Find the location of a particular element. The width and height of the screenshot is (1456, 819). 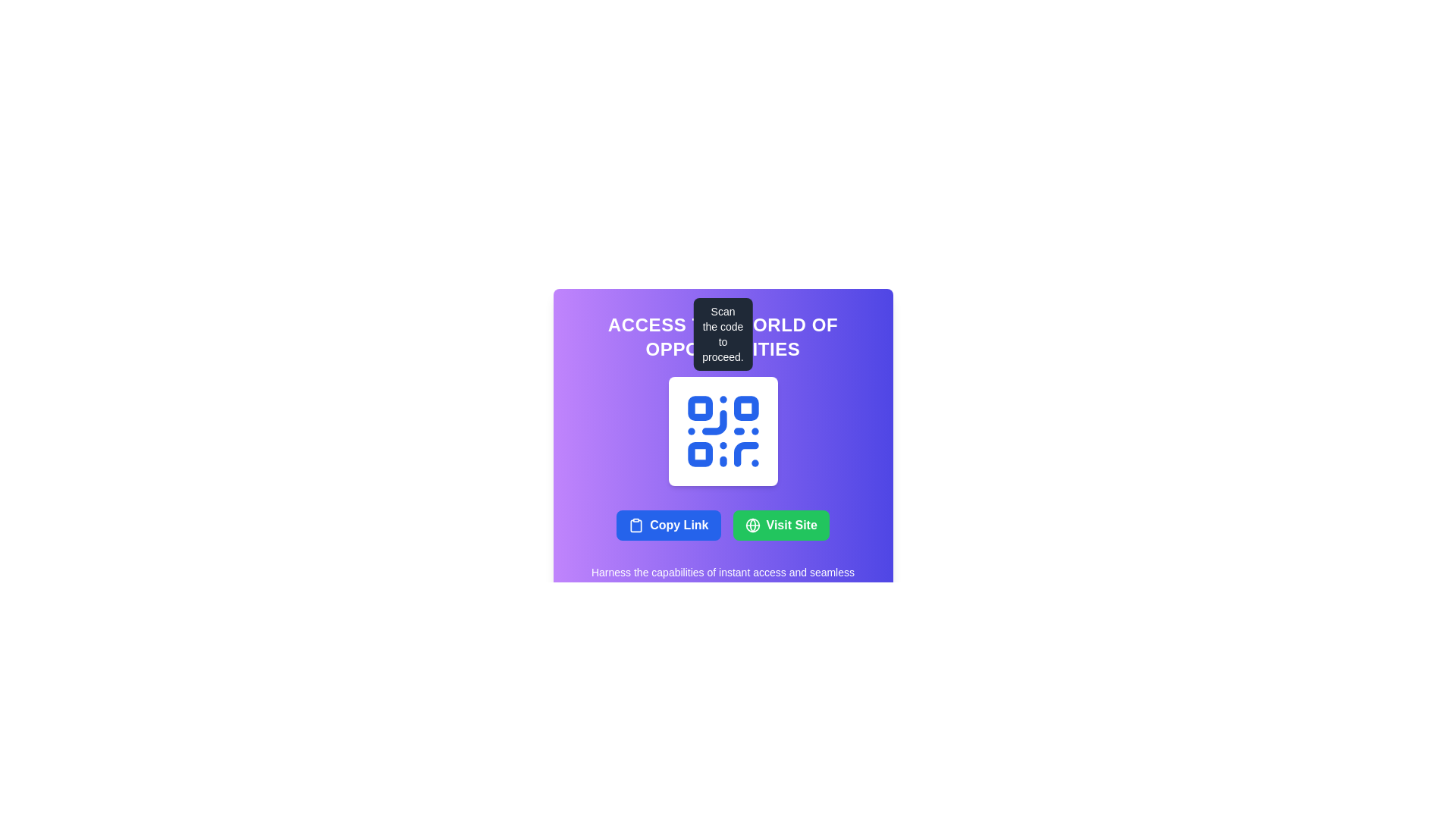

the icon in the top-left position of the 'Visit Site' button, which visually indicates navigation to a specific site is located at coordinates (752, 525).